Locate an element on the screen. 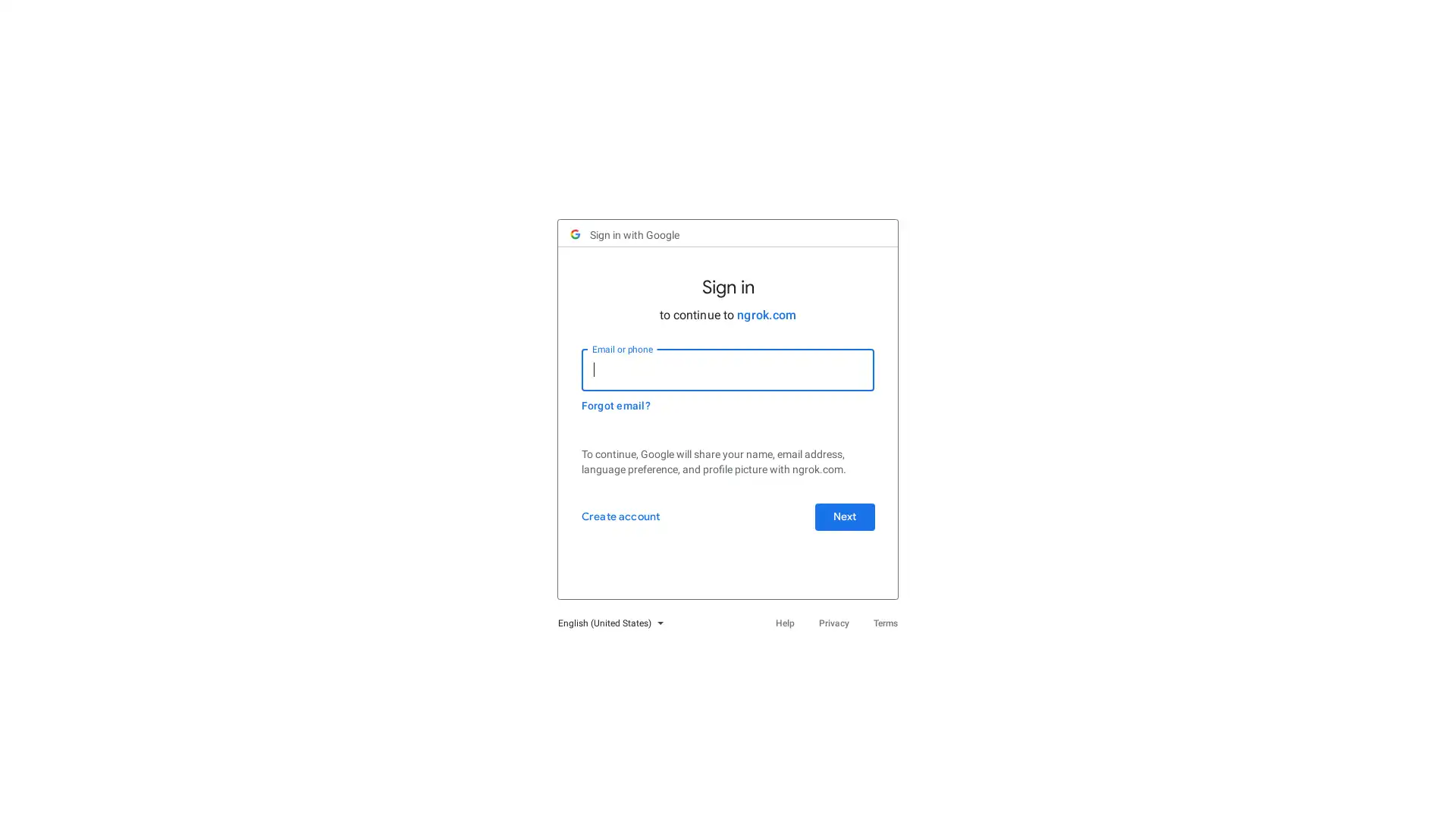 The width and height of the screenshot is (1456, 819). Forgot email? is located at coordinates (623, 415).